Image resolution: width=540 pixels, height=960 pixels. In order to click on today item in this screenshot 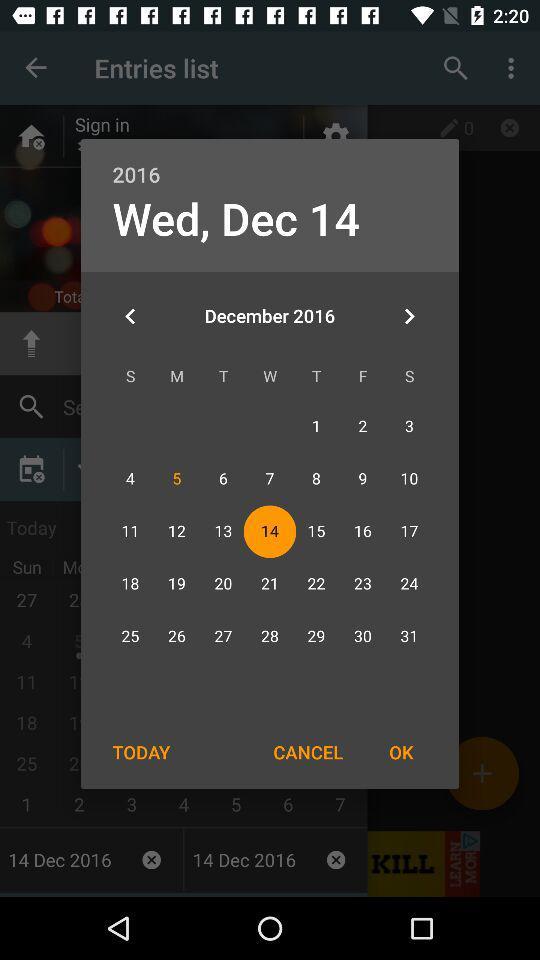, I will do `click(140, 751)`.